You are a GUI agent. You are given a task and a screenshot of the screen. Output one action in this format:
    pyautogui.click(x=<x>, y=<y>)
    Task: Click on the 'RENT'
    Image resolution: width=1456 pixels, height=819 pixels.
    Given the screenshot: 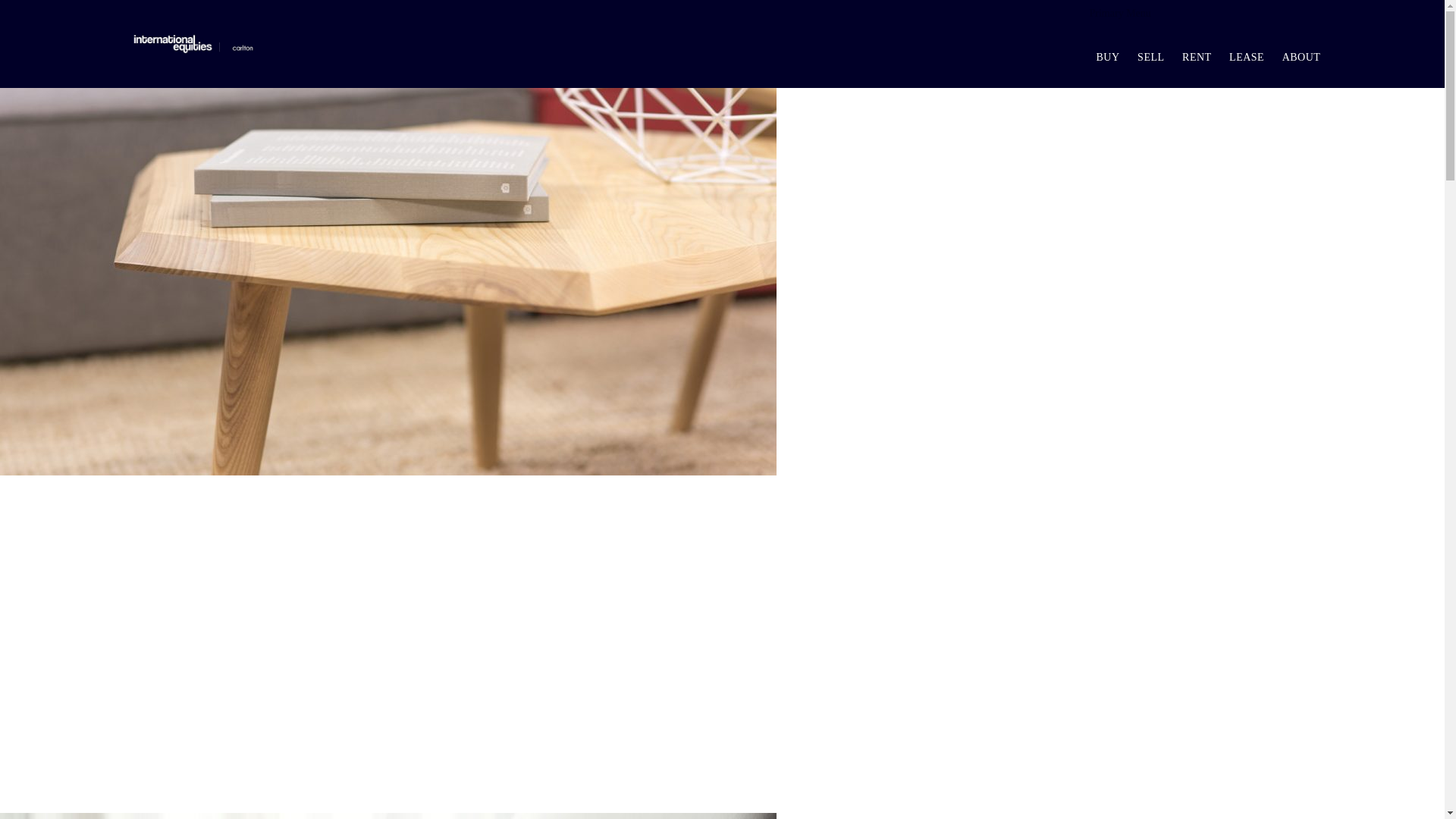 What is the action you would take?
    pyautogui.click(x=1196, y=57)
    